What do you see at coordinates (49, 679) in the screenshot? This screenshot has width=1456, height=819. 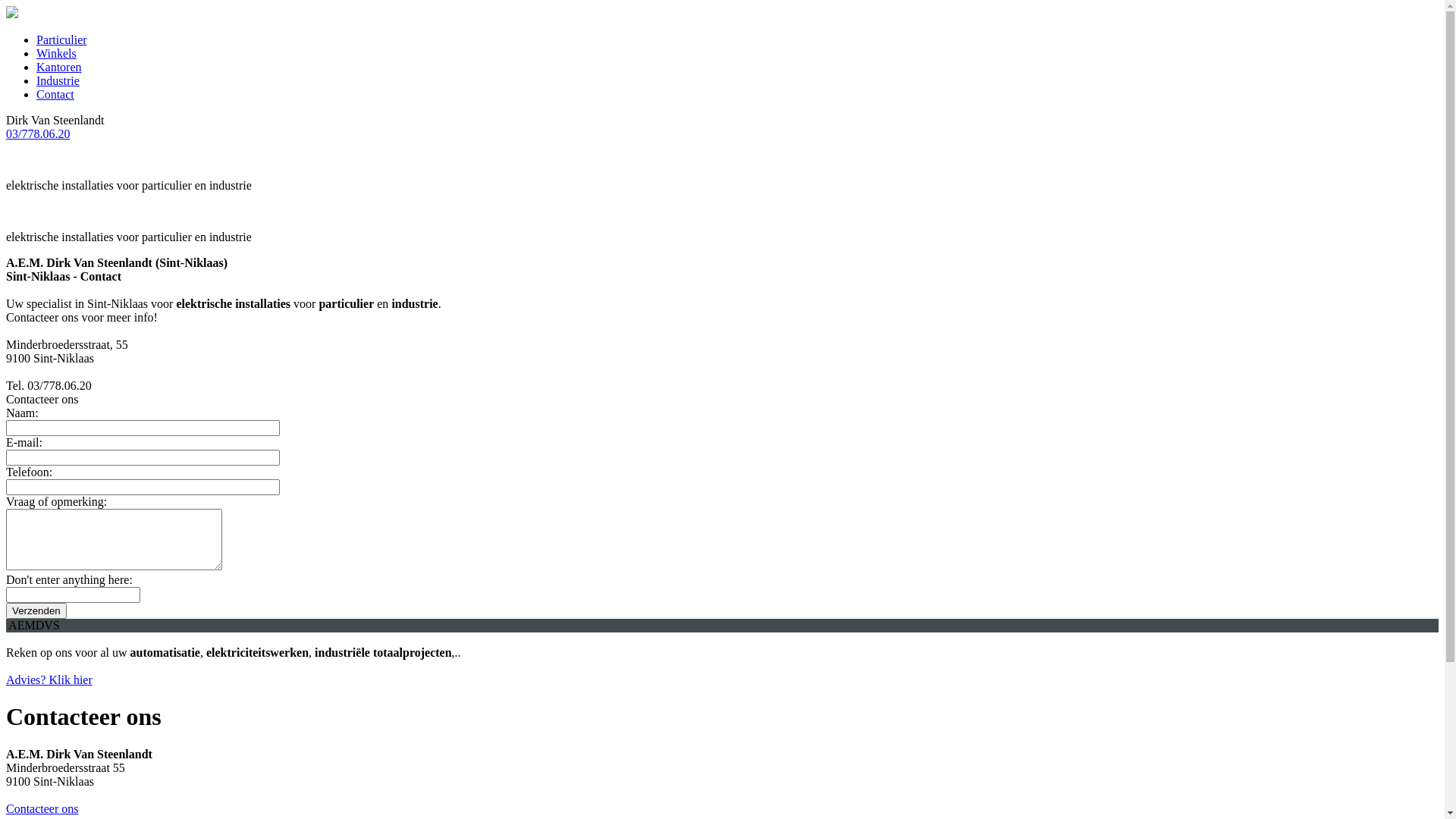 I see `'Advies? Klik hier'` at bounding box center [49, 679].